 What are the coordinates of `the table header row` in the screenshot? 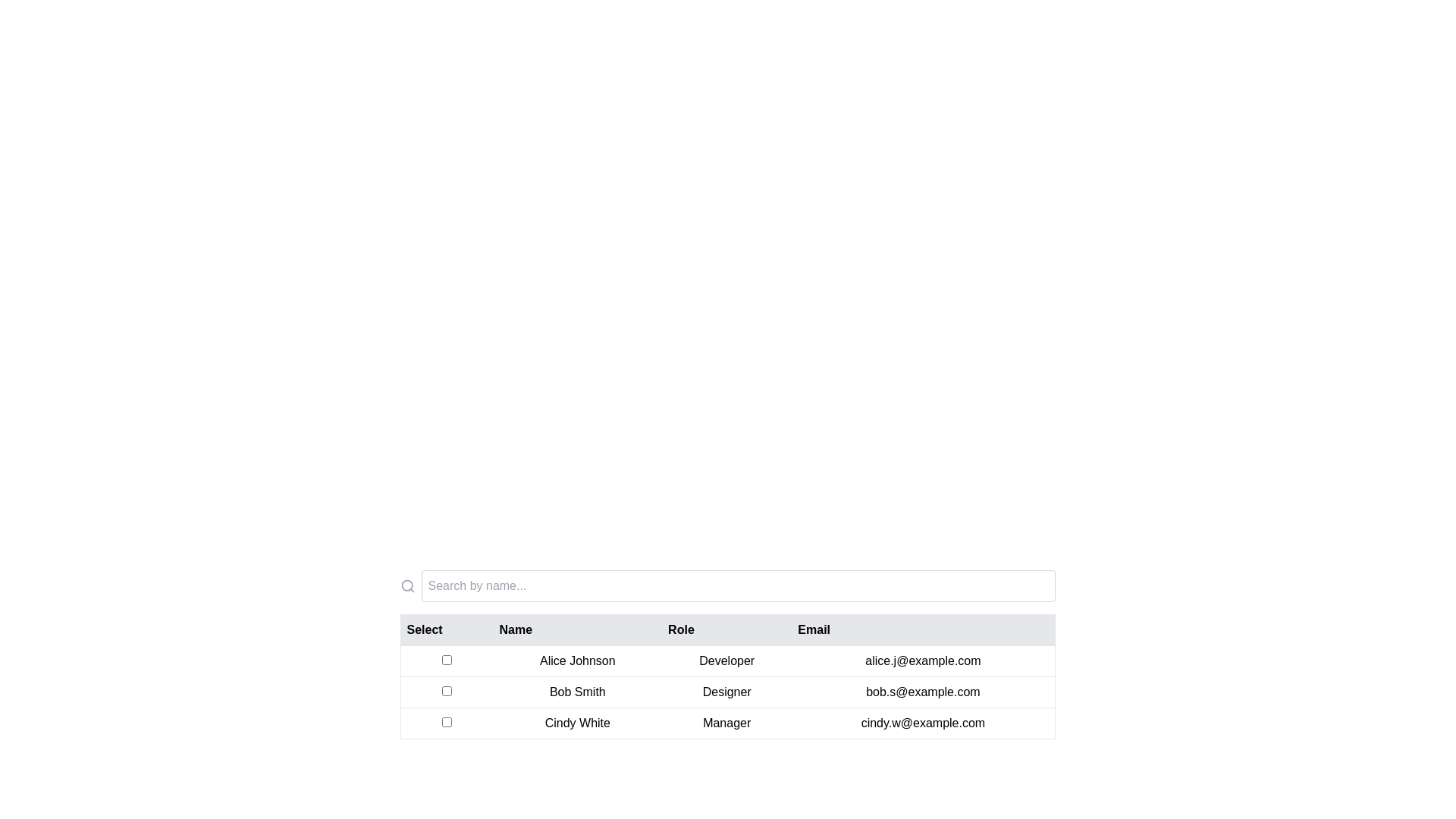 It's located at (726, 629).